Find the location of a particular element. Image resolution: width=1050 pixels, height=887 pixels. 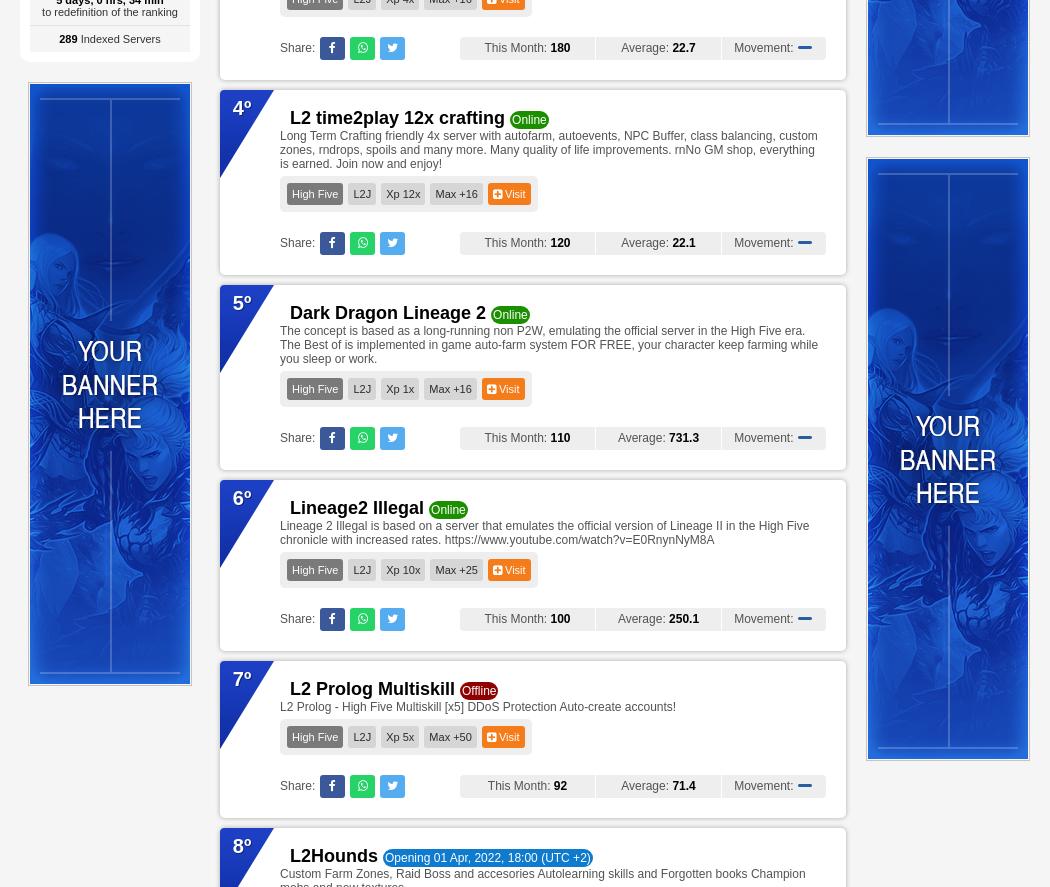

'L2 time2play 12x crafting' is located at coordinates (397, 117).